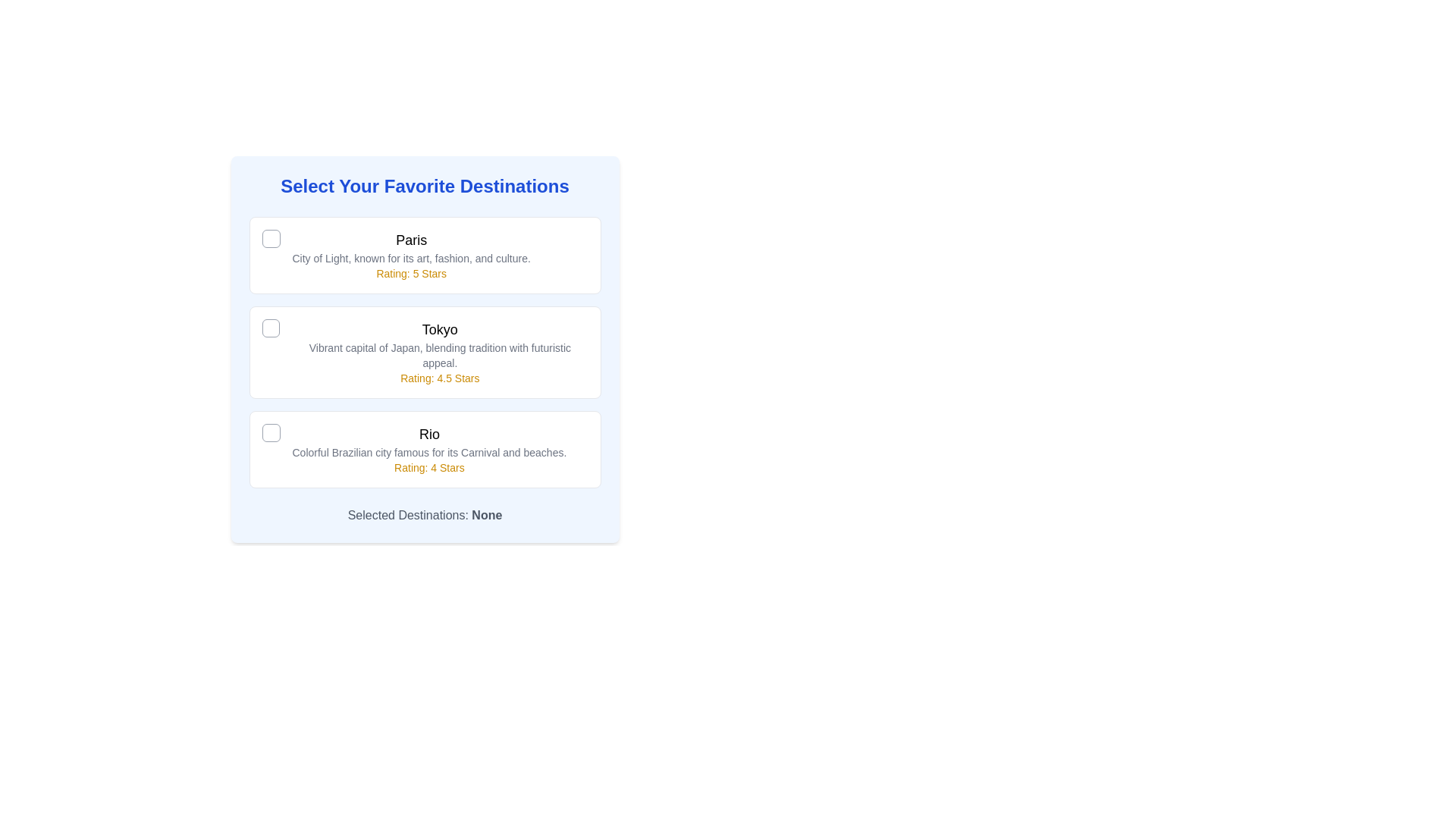  What do you see at coordinates (411, 257) in the screenshot?
I see `the static text element that provides descriptive information about Paris, which is located directly below the main title 'Paris' and above the rating 'Rating: 5 Stars'` at bounding box center [411, 257].